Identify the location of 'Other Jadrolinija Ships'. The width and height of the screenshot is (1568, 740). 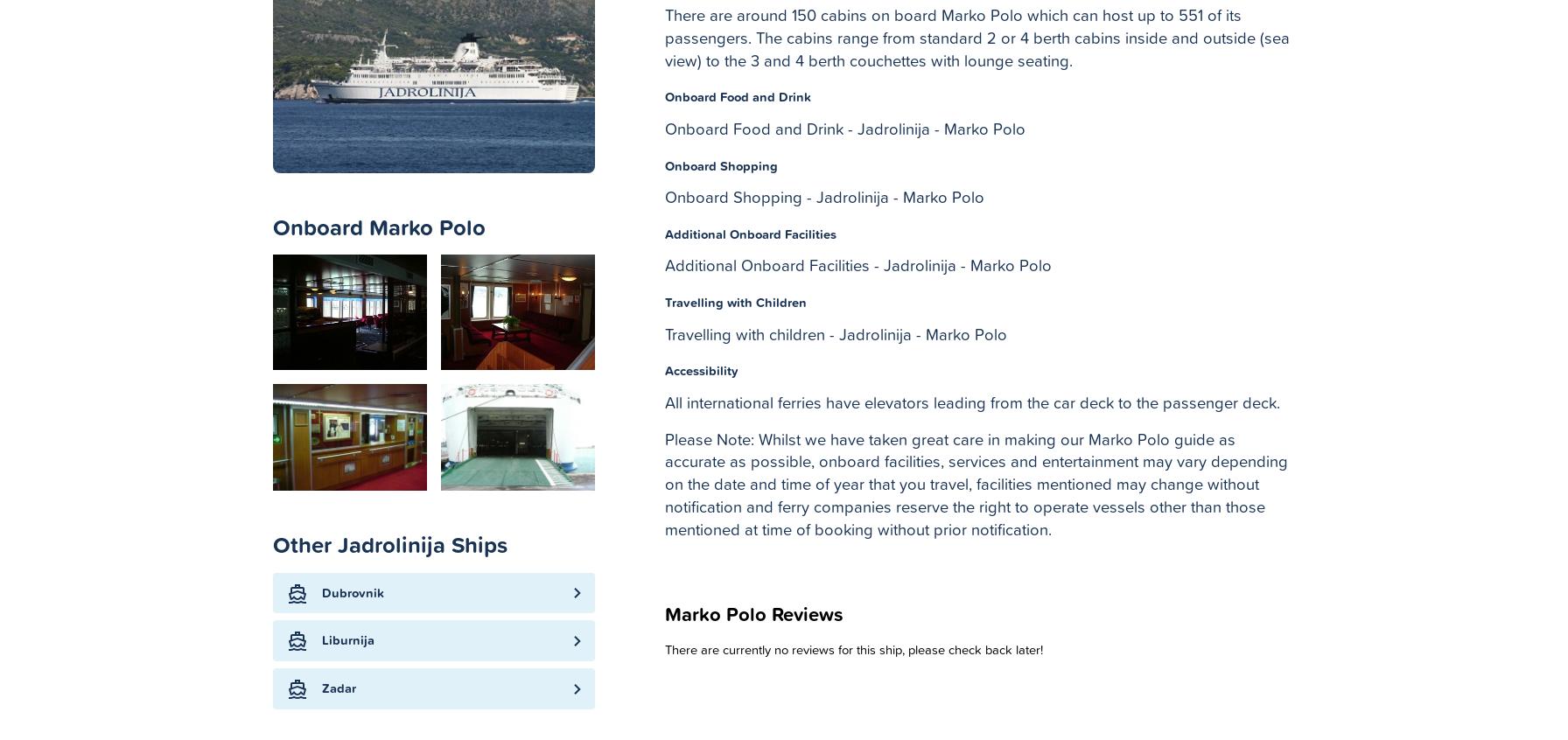
(390, 543).